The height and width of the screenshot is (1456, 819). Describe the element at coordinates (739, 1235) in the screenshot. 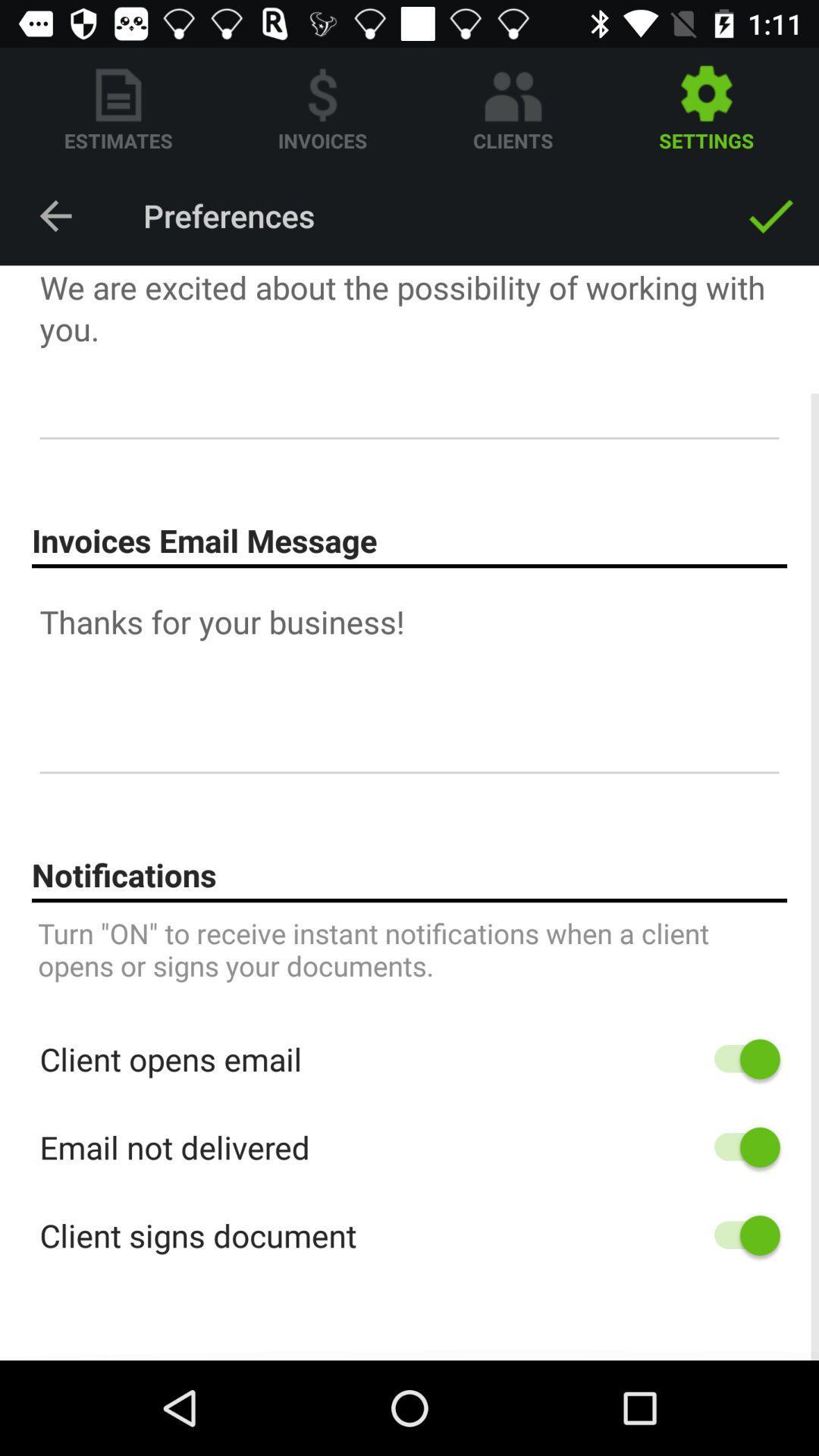

I see `client signs document notification` at that location.